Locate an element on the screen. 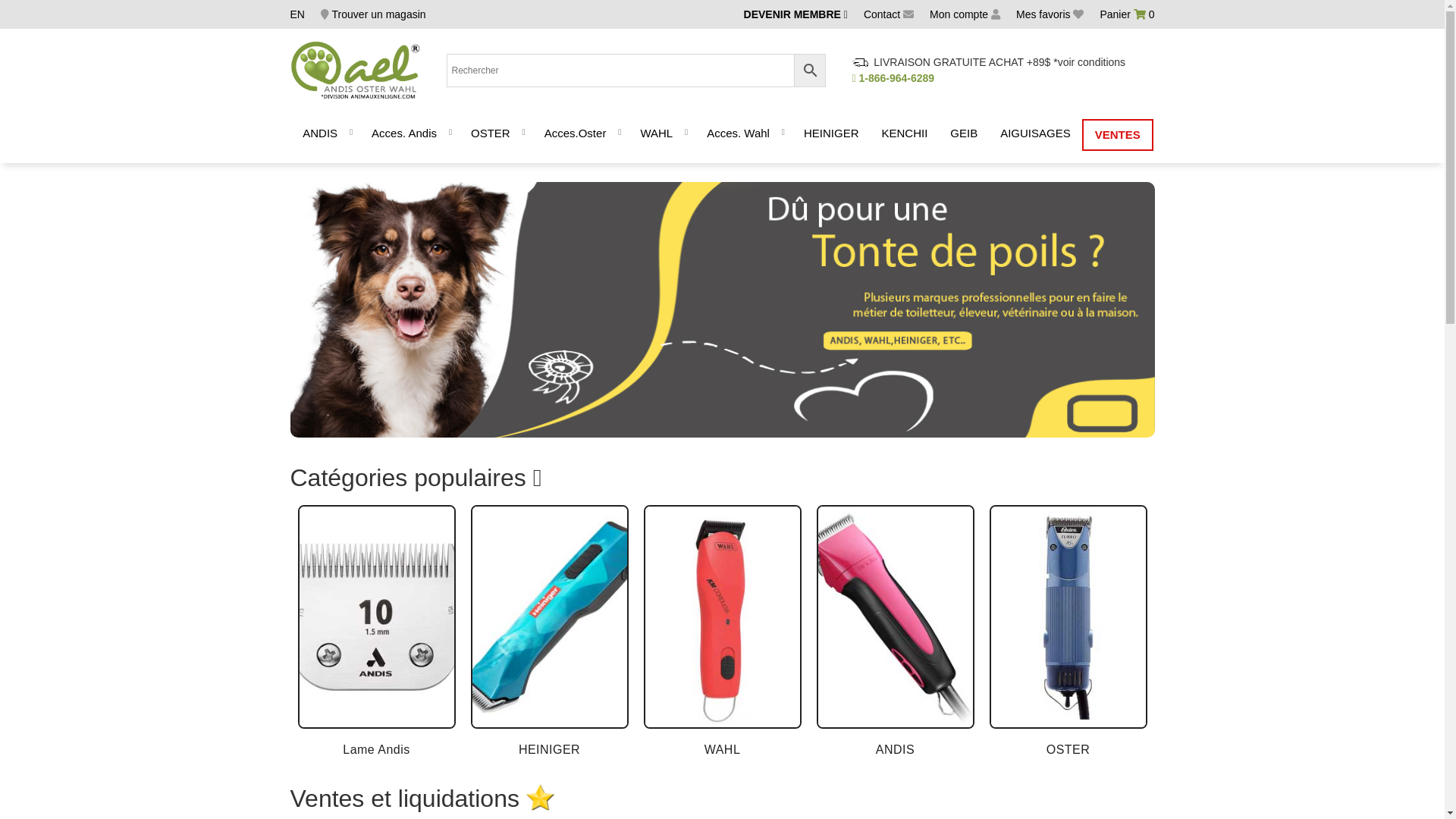  'KENCHII' is located at coordinates (904, 133).